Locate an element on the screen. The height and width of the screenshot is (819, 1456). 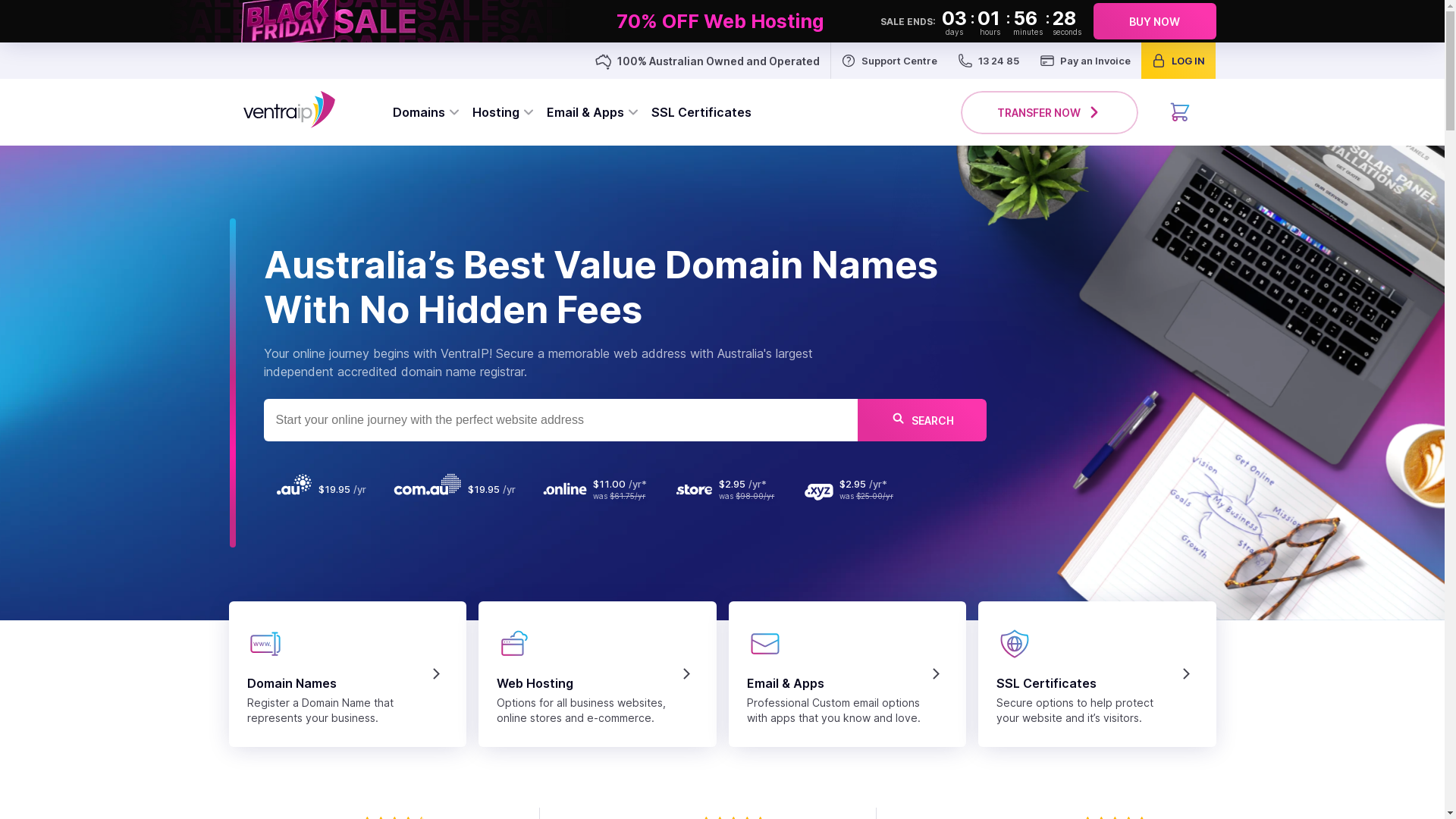
'SSL Certificates' is located at coordinates (699, 111).